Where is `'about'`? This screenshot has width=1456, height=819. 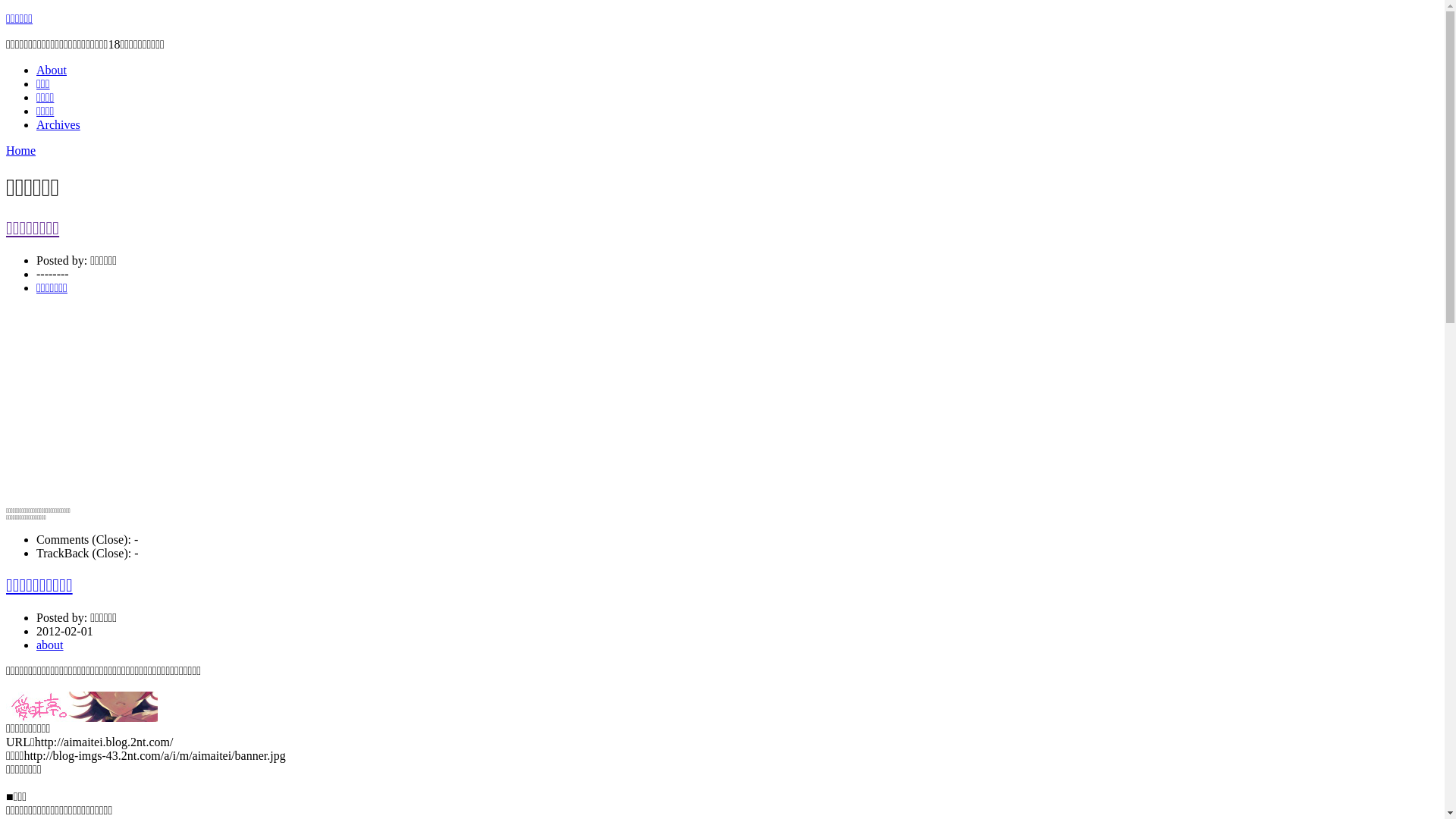
'about' is located at coordinates (50, 645).